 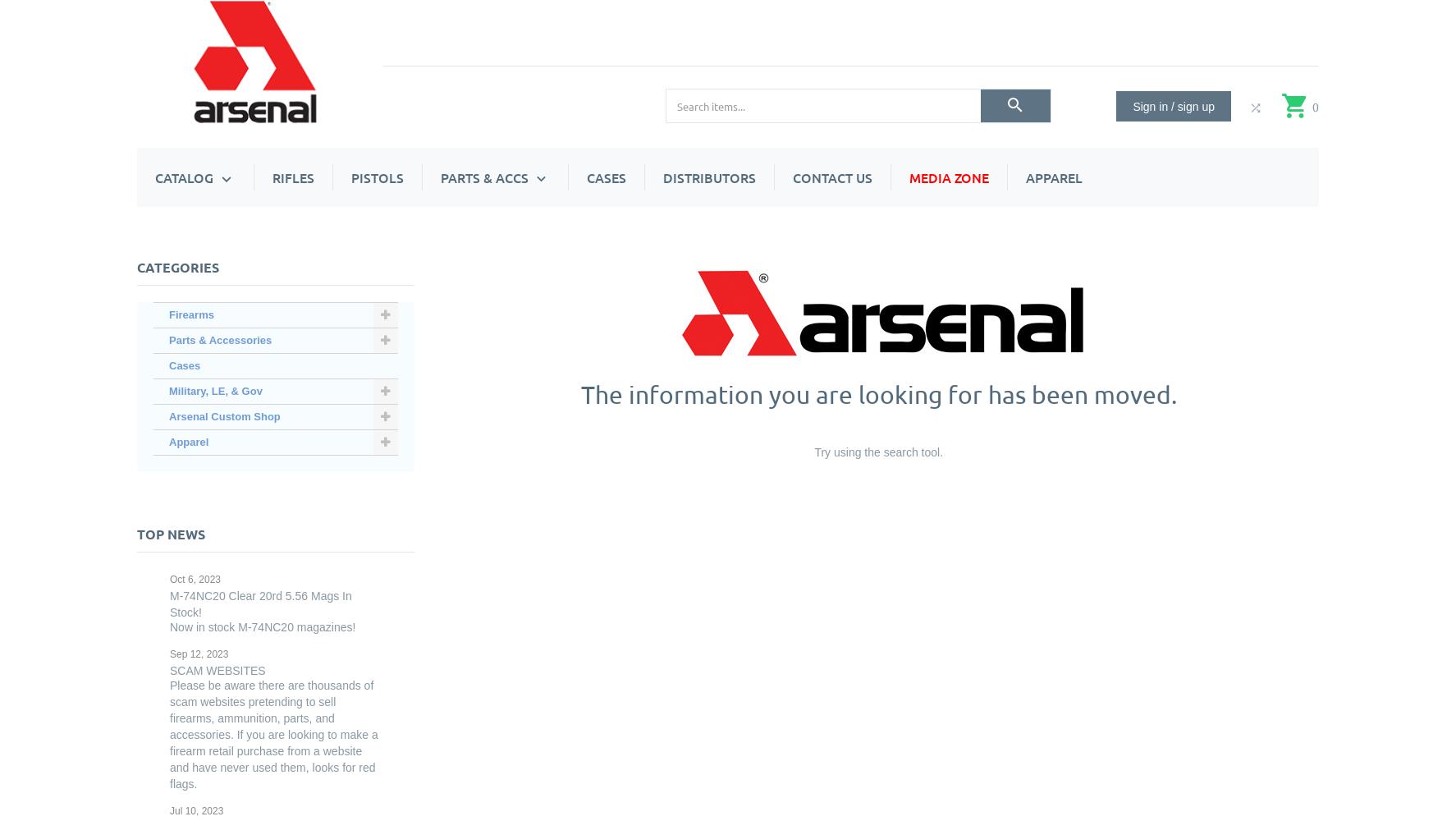 I want to click on 'SA RPK Series', so click(x=337, y=654).